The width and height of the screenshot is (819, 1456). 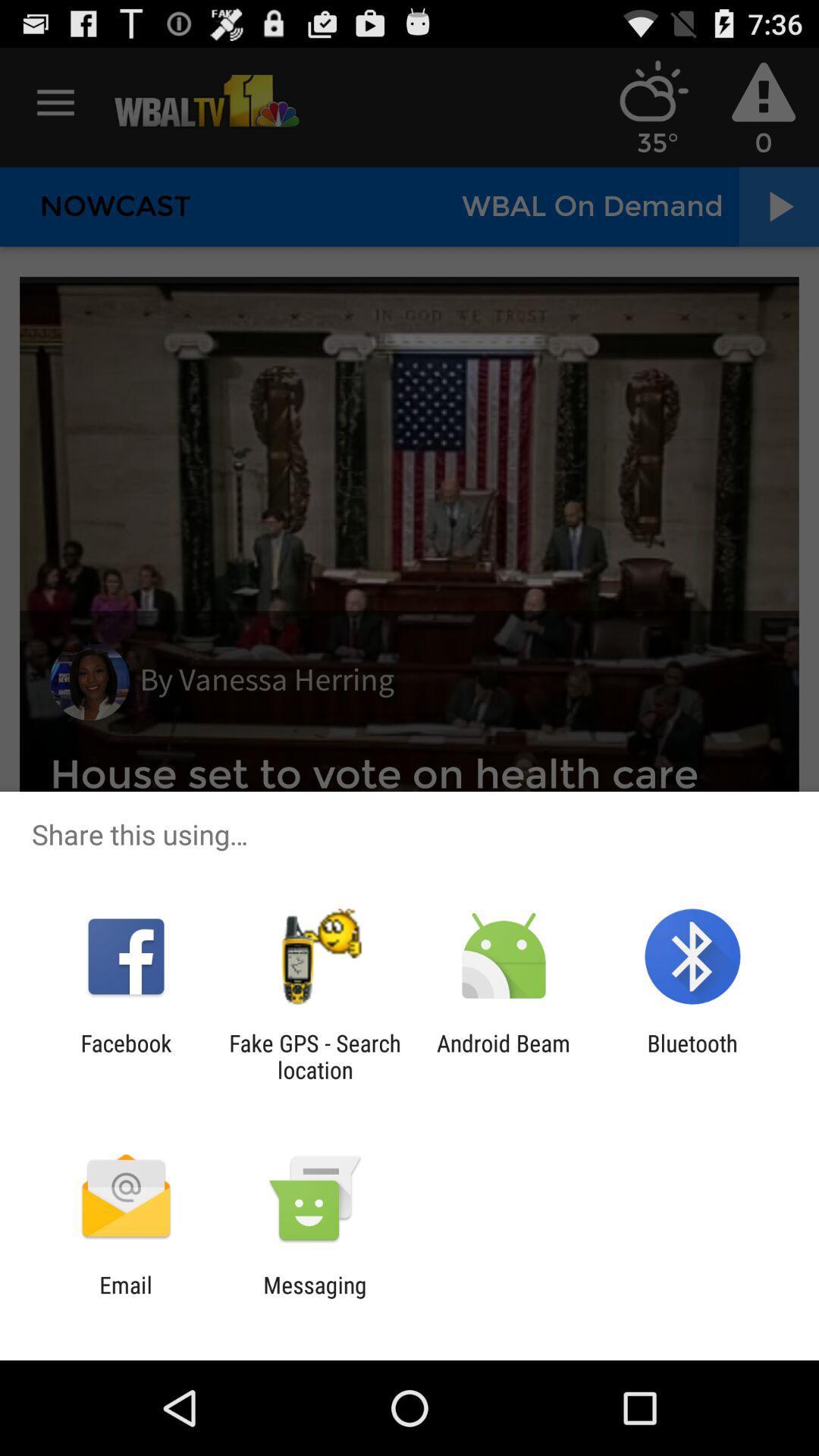 What do you see at coordinates (314, 1298) in the screenshot?
I see `the messaging icon` at bounding box center [314, 1298].